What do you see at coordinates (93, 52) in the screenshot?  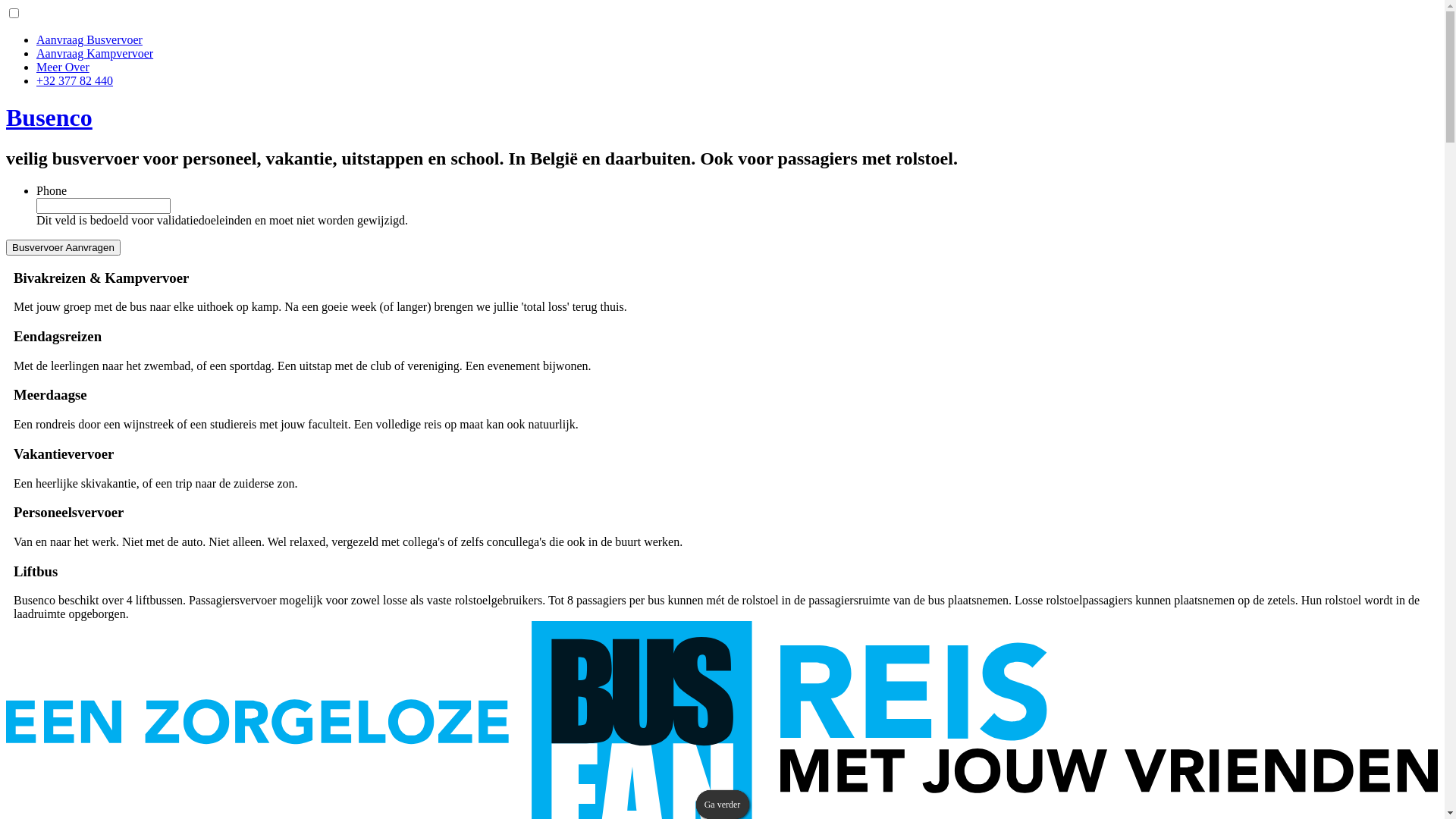 I see `'Aanvraag Kampvervoer'` at bounding box center [93, 52].